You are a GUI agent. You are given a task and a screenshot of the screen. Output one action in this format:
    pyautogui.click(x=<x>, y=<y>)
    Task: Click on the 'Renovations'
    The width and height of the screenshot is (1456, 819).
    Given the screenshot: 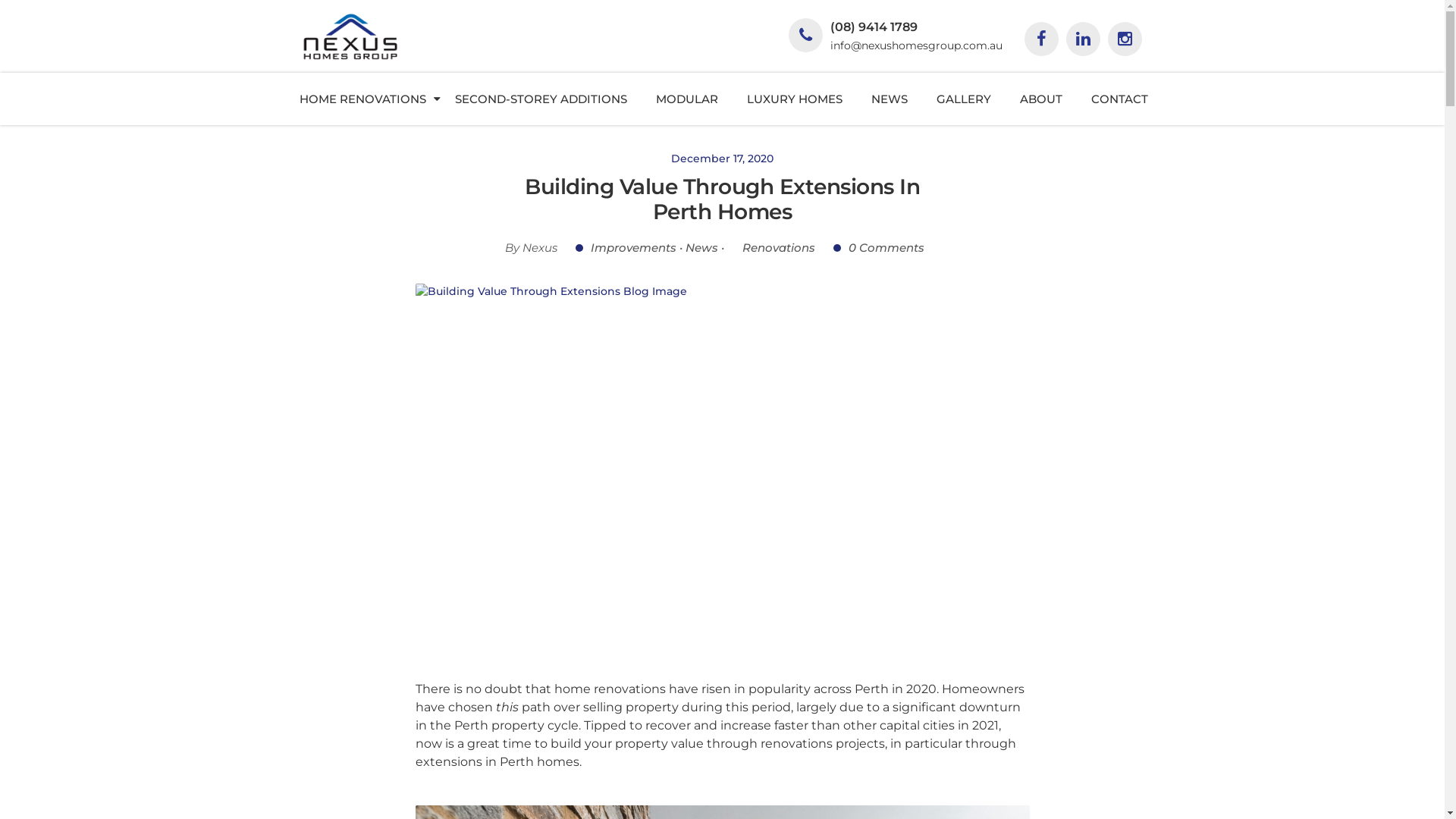 What is the action you would take?
    pyautogui.click(x=771, y=246)
    